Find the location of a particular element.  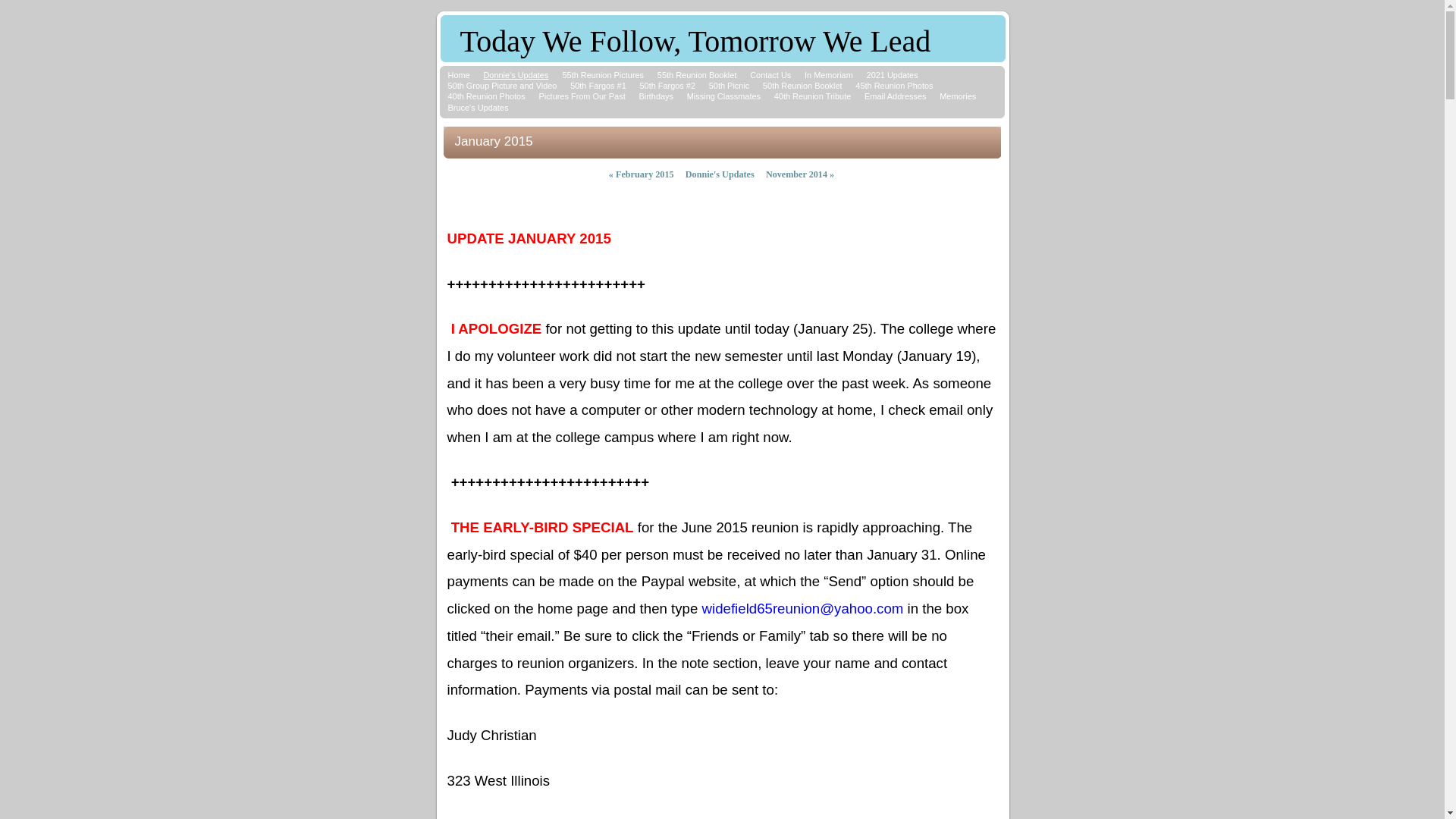

'50th Picnic' is located at coordinates (729, 85).